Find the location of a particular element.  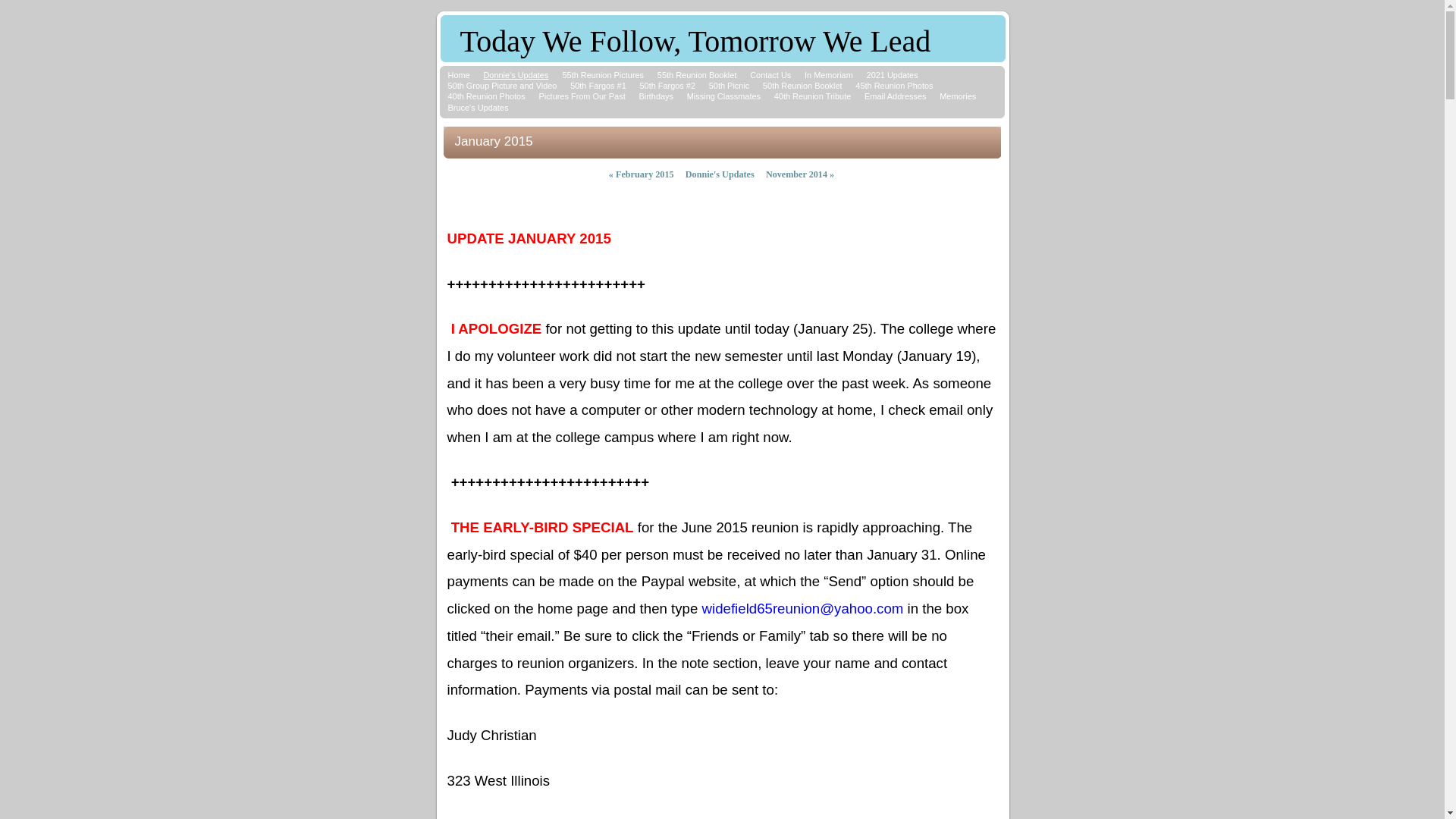

'50th Picnic' is located at coordinates (729, 85).